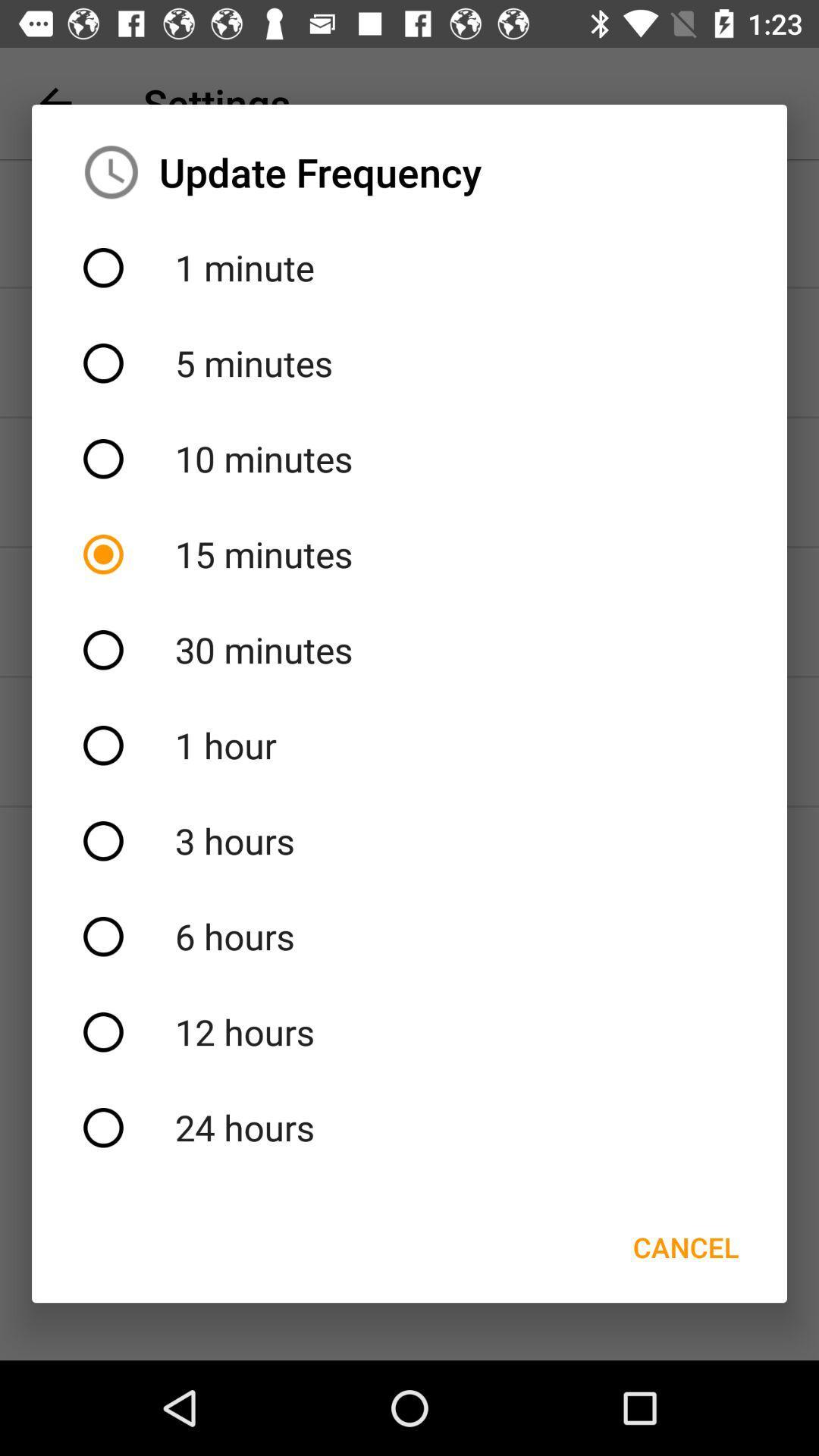  Describe the element at coordinates (409, 1031) in the screenshot. I see `the item above 24 hours` at that location.